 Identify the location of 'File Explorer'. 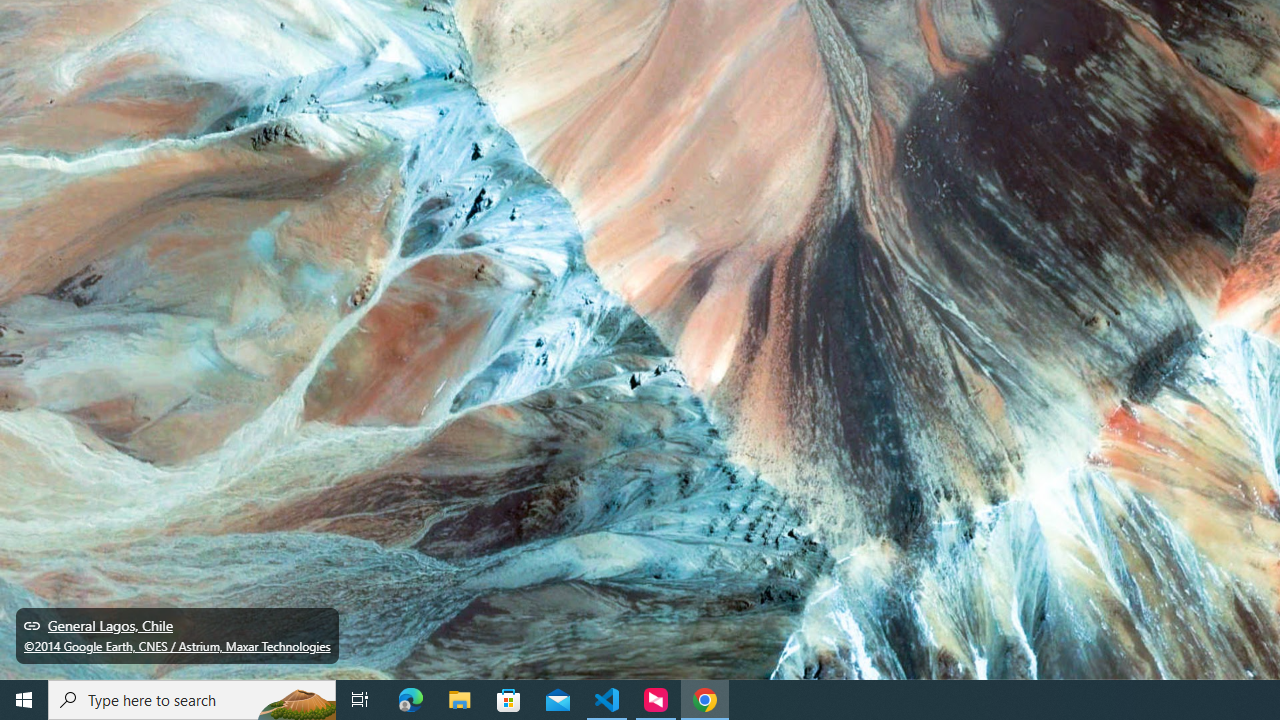
(459, 698).